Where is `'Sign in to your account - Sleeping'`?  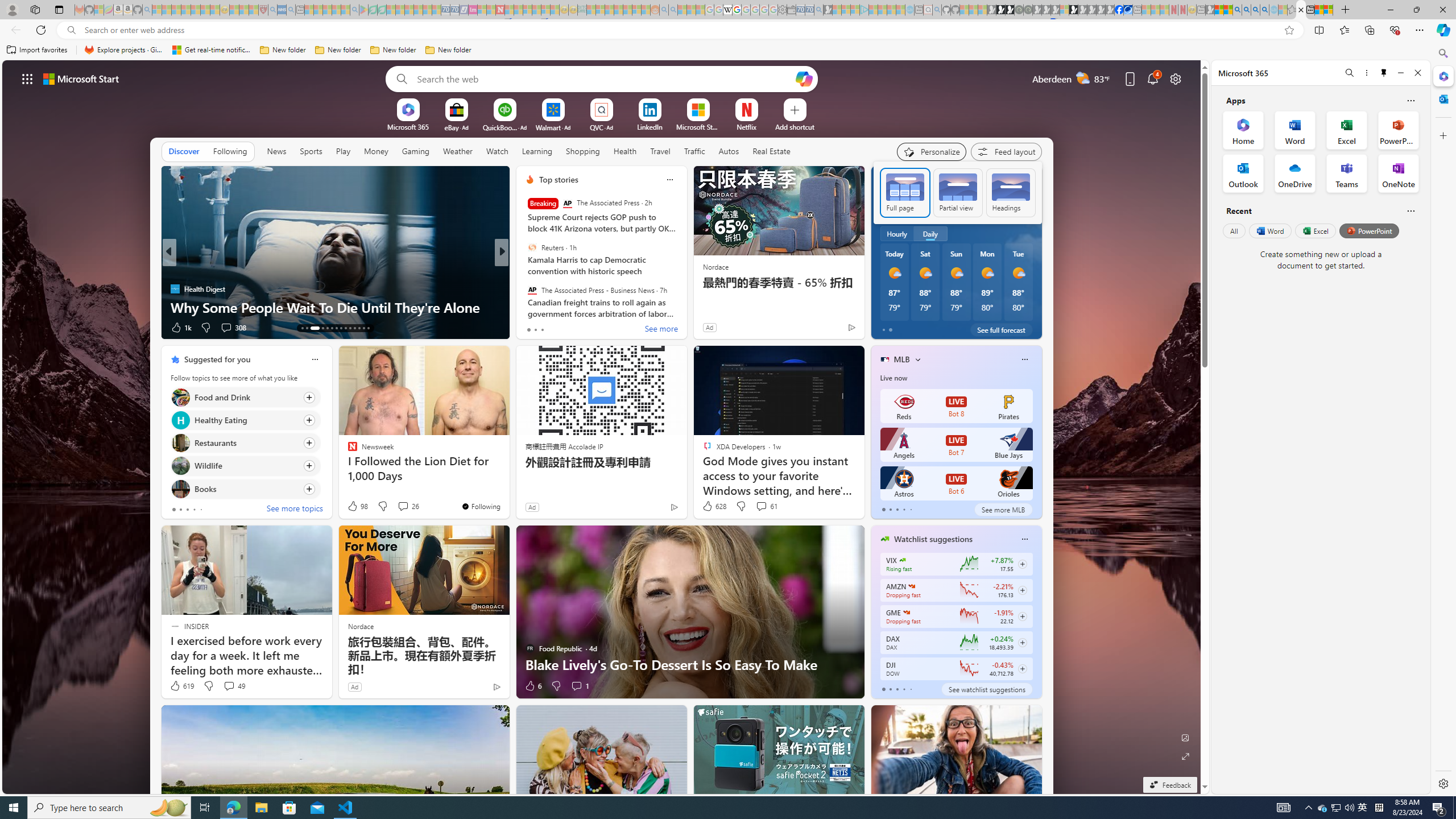
'Sign in to your account - Sleeping' is located at coordinates (1064, 9).